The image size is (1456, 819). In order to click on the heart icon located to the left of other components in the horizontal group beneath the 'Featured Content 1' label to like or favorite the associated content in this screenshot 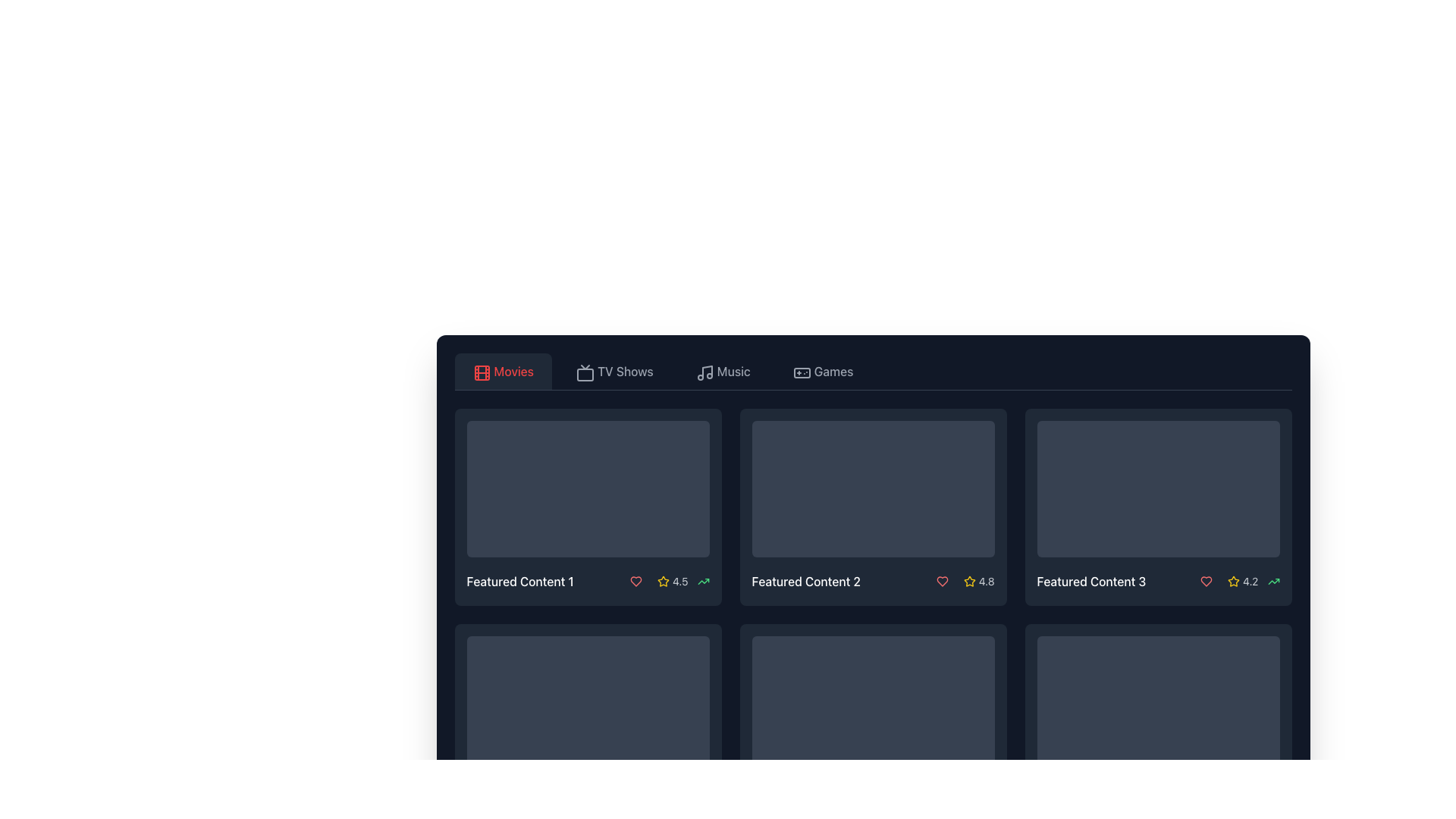, I will do `click(636, 581)`.